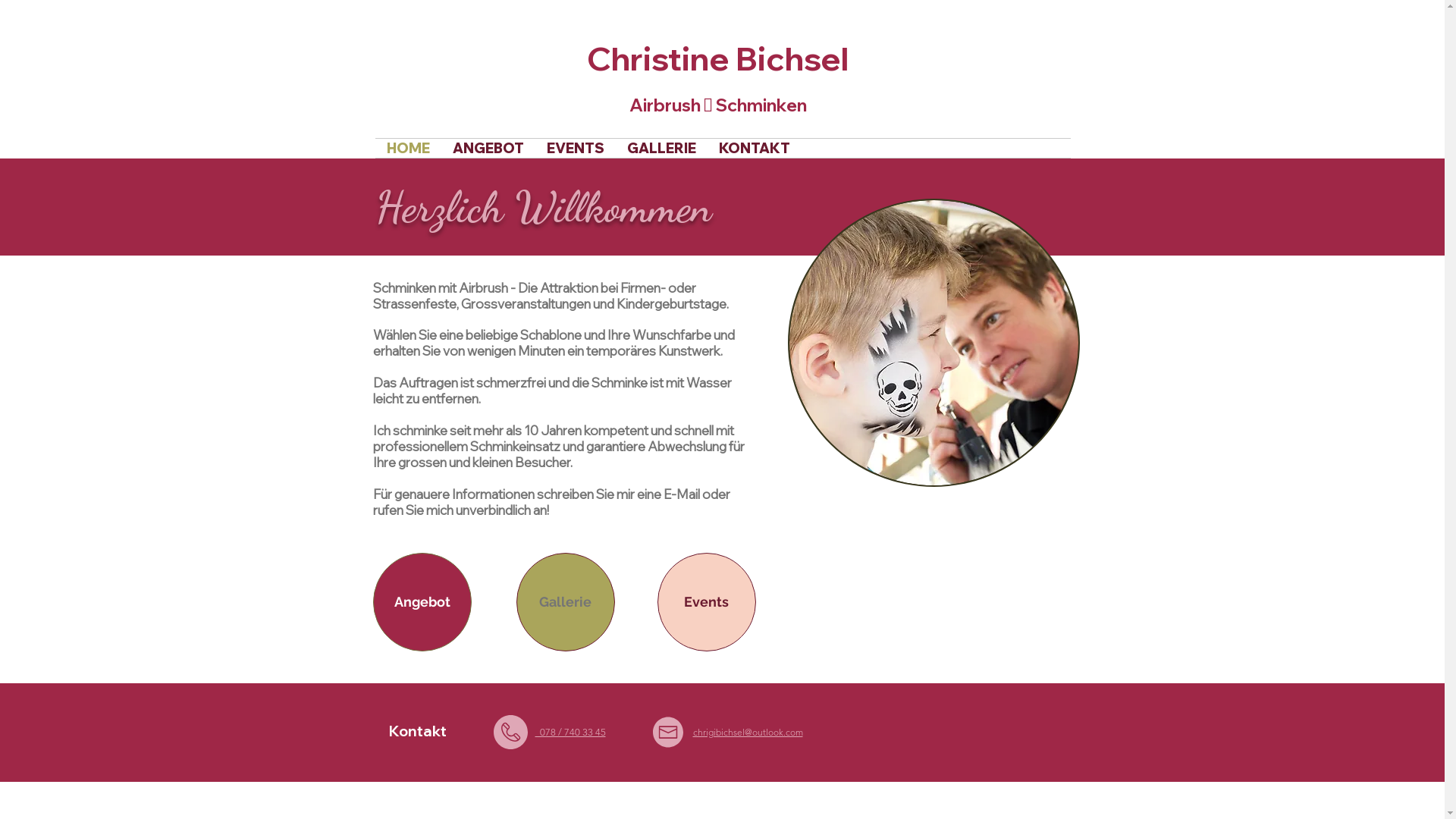  Describe the element at coordinates (422, 601) in the screenshot. I see `'Angebot'` at that location.